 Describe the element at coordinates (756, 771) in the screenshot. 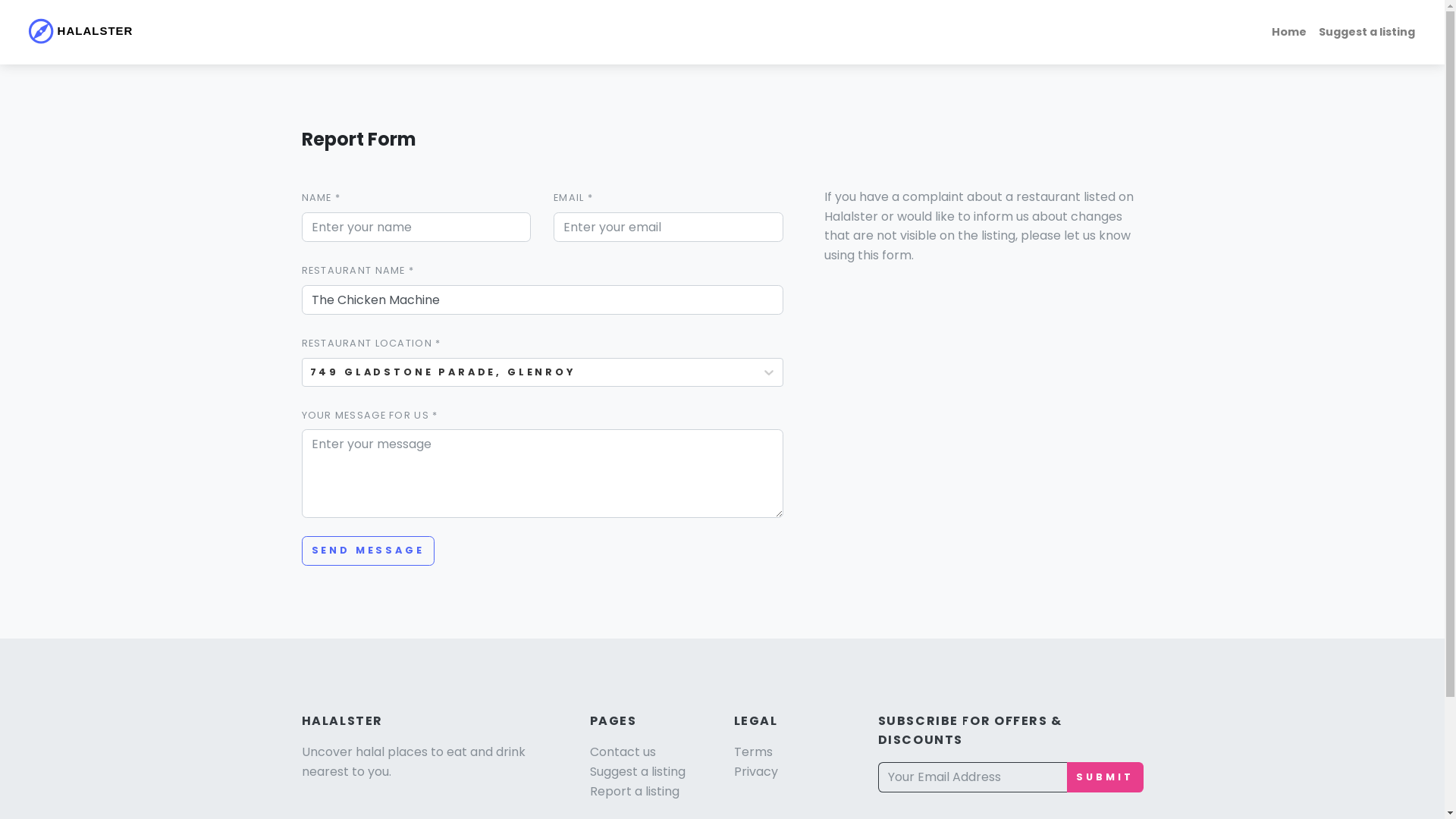

I see `'Privacy'` at that location.